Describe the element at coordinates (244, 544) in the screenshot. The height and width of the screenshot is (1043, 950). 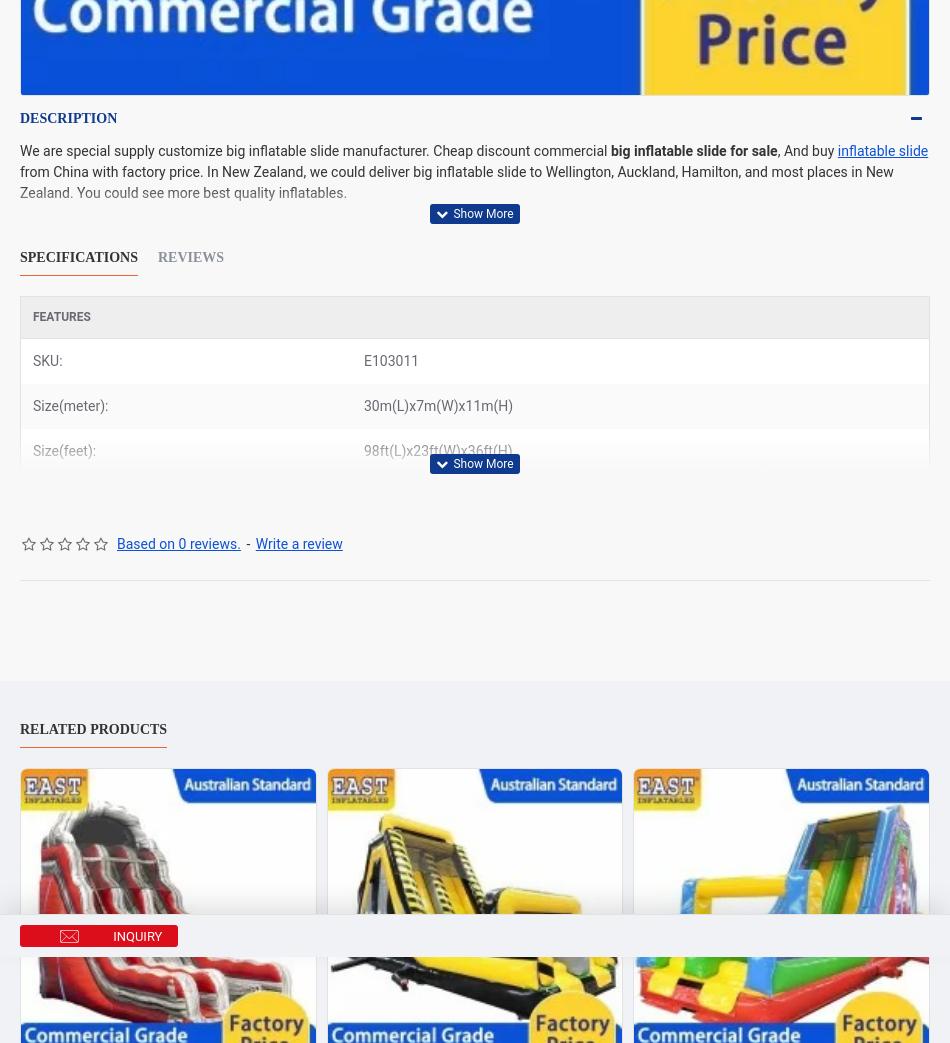
I see `'-'` at that location.